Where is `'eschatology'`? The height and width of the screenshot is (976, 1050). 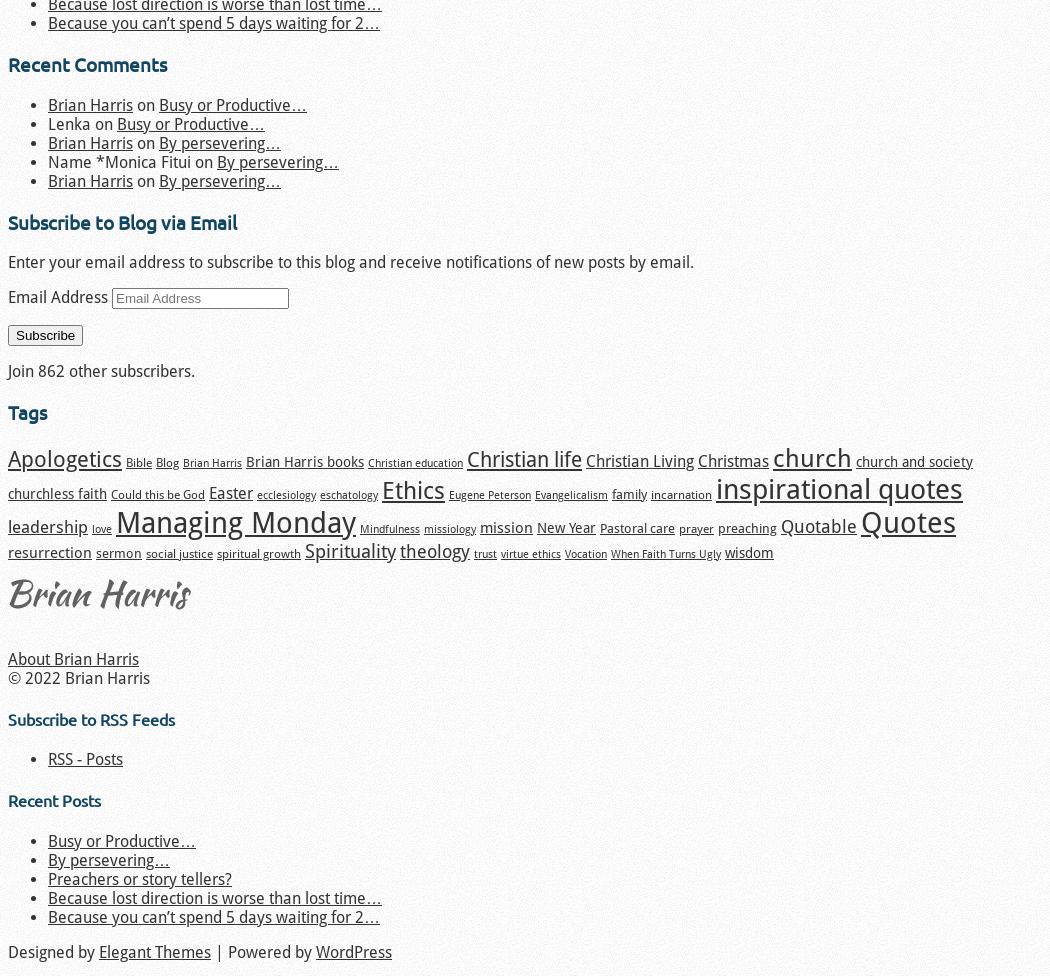 'eschatology' is located at coordinates (348, 493).